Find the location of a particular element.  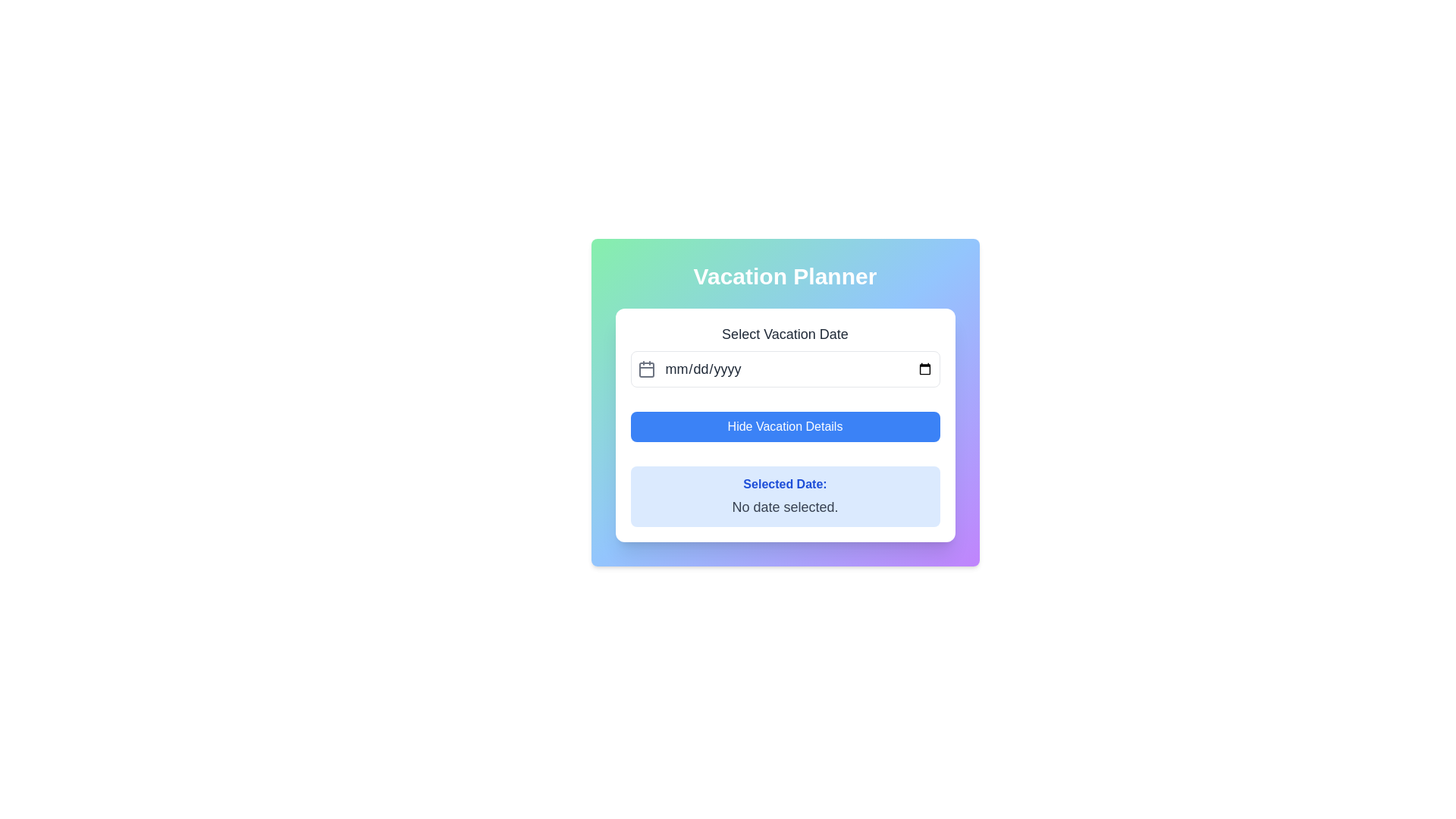

the main body of the calendar icon, which is represented by a rectangle to the left of the text input field labeled 'mm/dd/yyyy' is located at coordinates (646, 370).